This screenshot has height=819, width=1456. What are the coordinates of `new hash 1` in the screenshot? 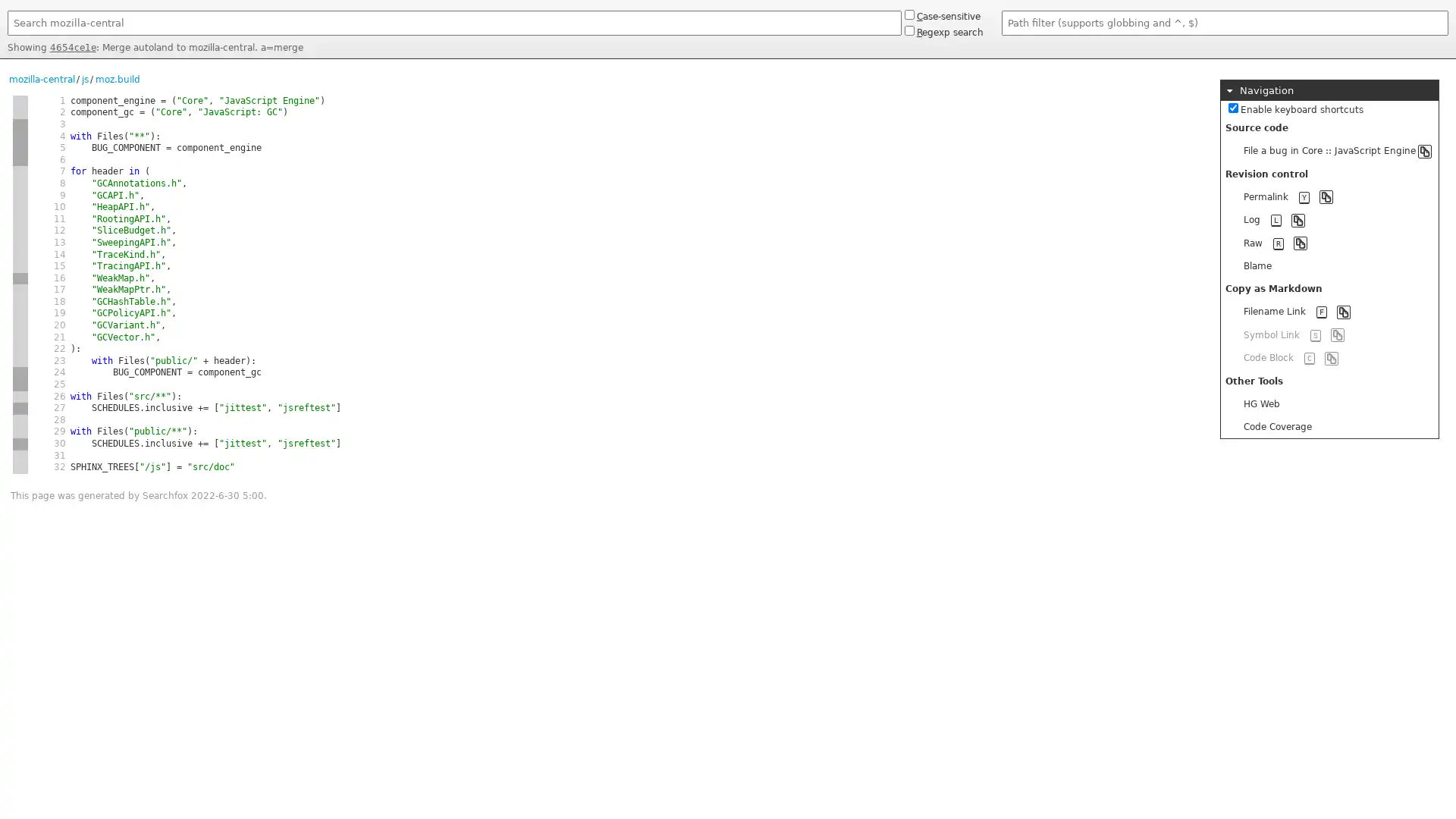 It's located at (20, 290).